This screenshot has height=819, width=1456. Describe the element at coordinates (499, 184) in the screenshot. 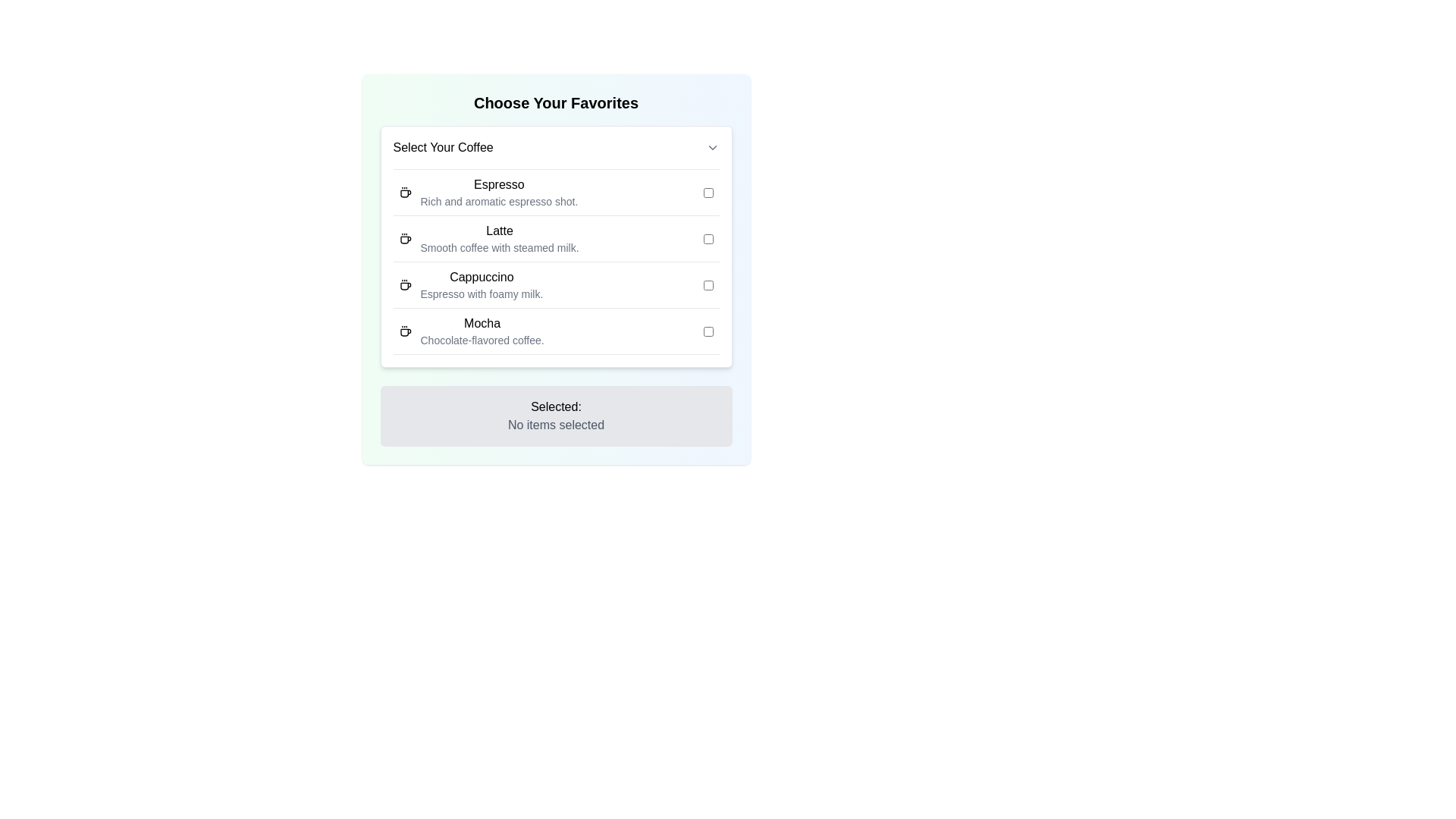

I see `the label text for the coffee option, which is the title located at the top section of the item entry under 'Select Your Coffee'` at that location.